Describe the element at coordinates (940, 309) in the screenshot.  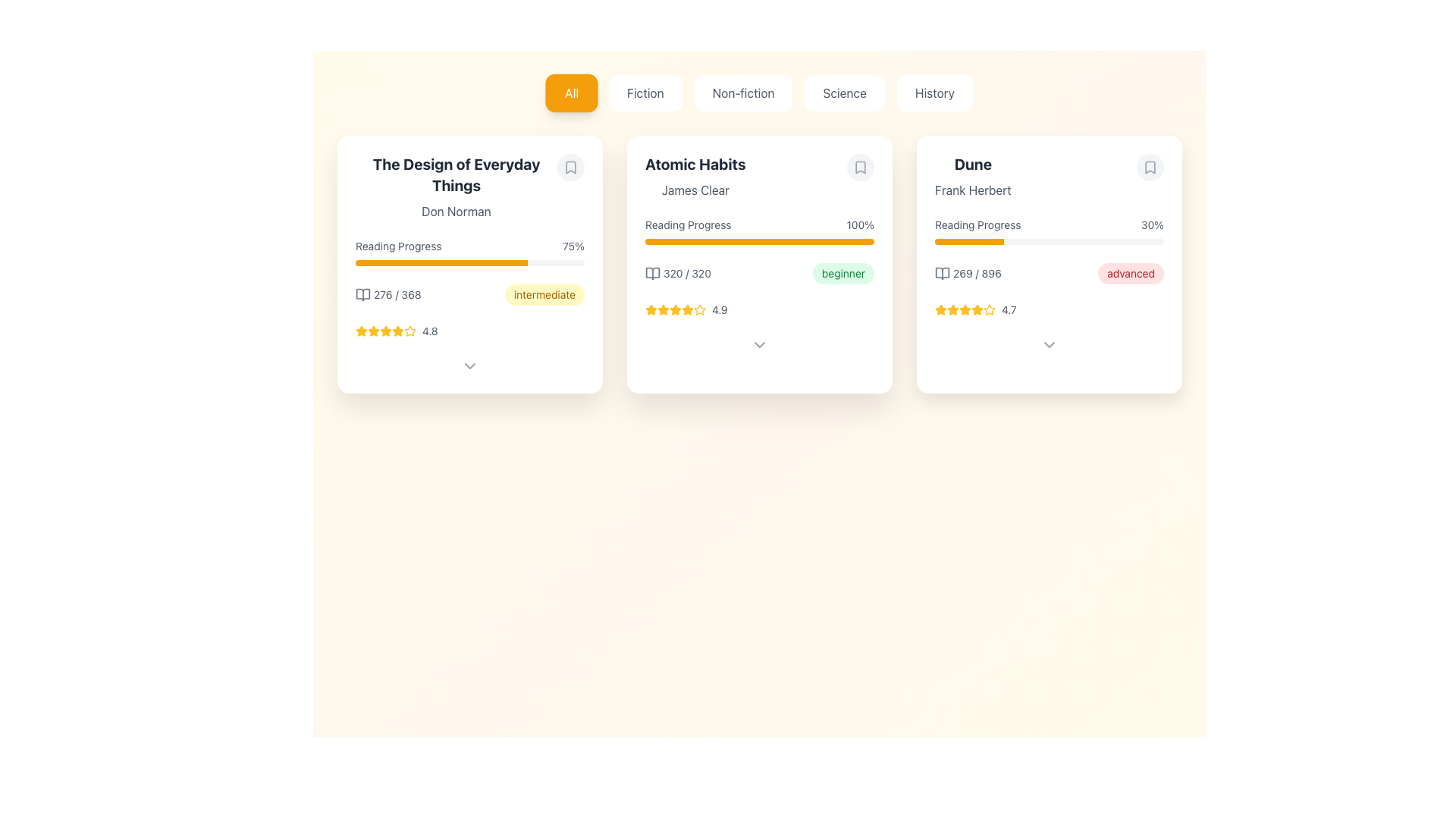
I see `the first star icon in the rating display under the 'Dune' card to indicate user ratings` at that location.